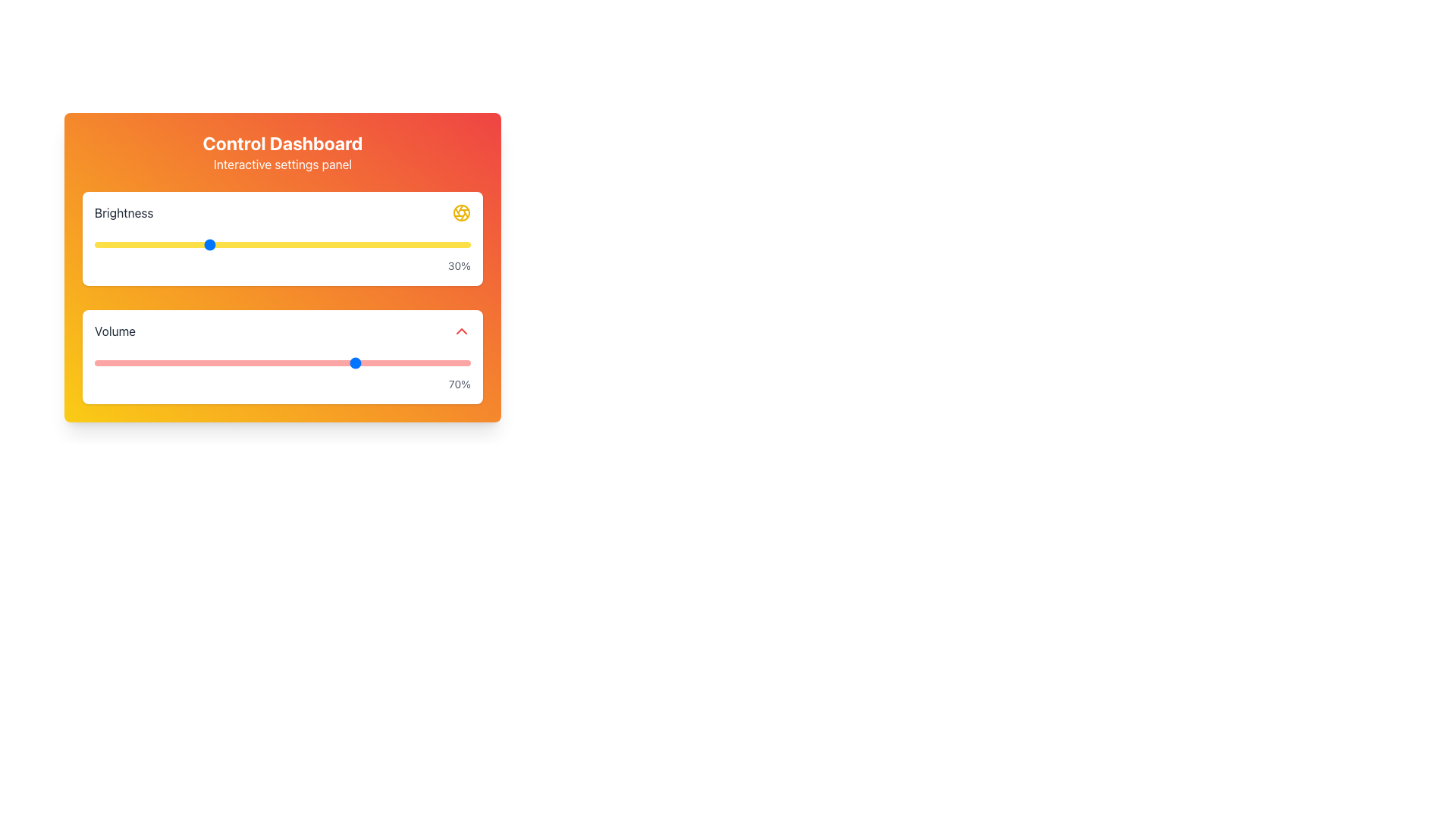 The height and width of the screenshot is (819, 1456). I want to click on brightness, so click(101, 244).